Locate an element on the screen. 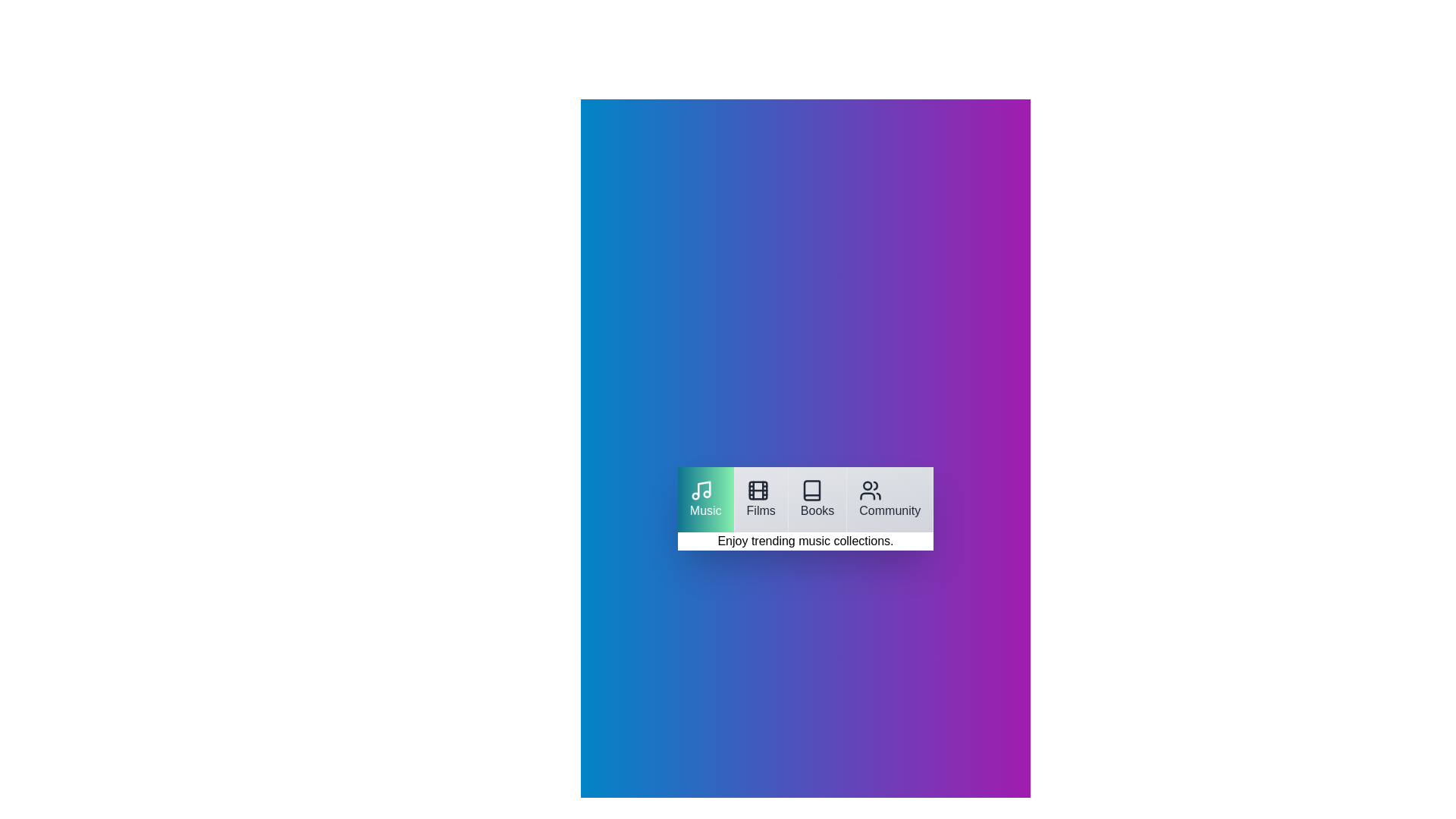 The image size is (1456, 819). the text label that says 'Enjoy trending music collections.' positioned directly below the horizontal navigation menu is located at coordinates (805, 540).